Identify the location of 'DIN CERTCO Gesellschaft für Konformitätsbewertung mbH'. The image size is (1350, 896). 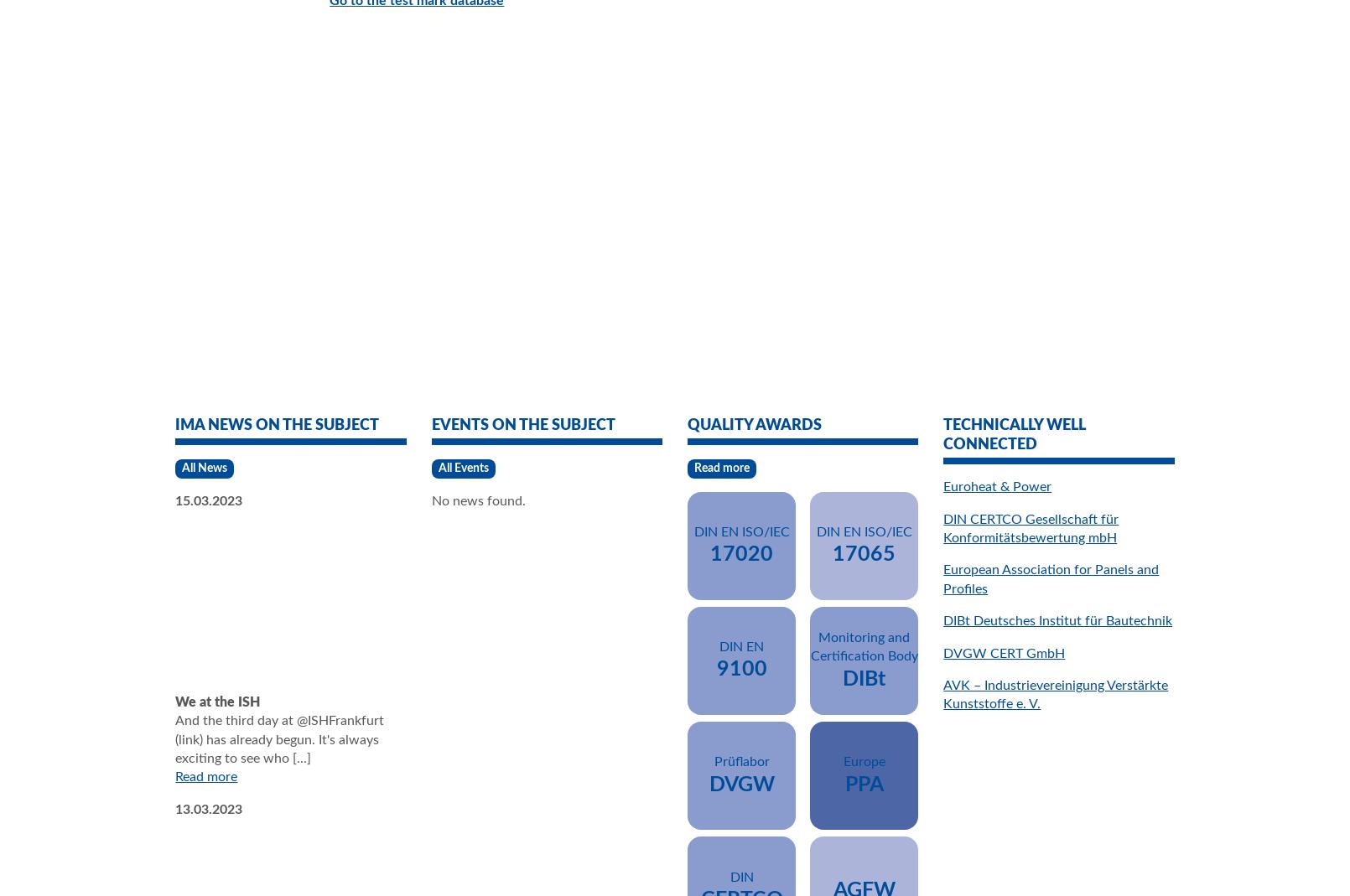
(942, 528).